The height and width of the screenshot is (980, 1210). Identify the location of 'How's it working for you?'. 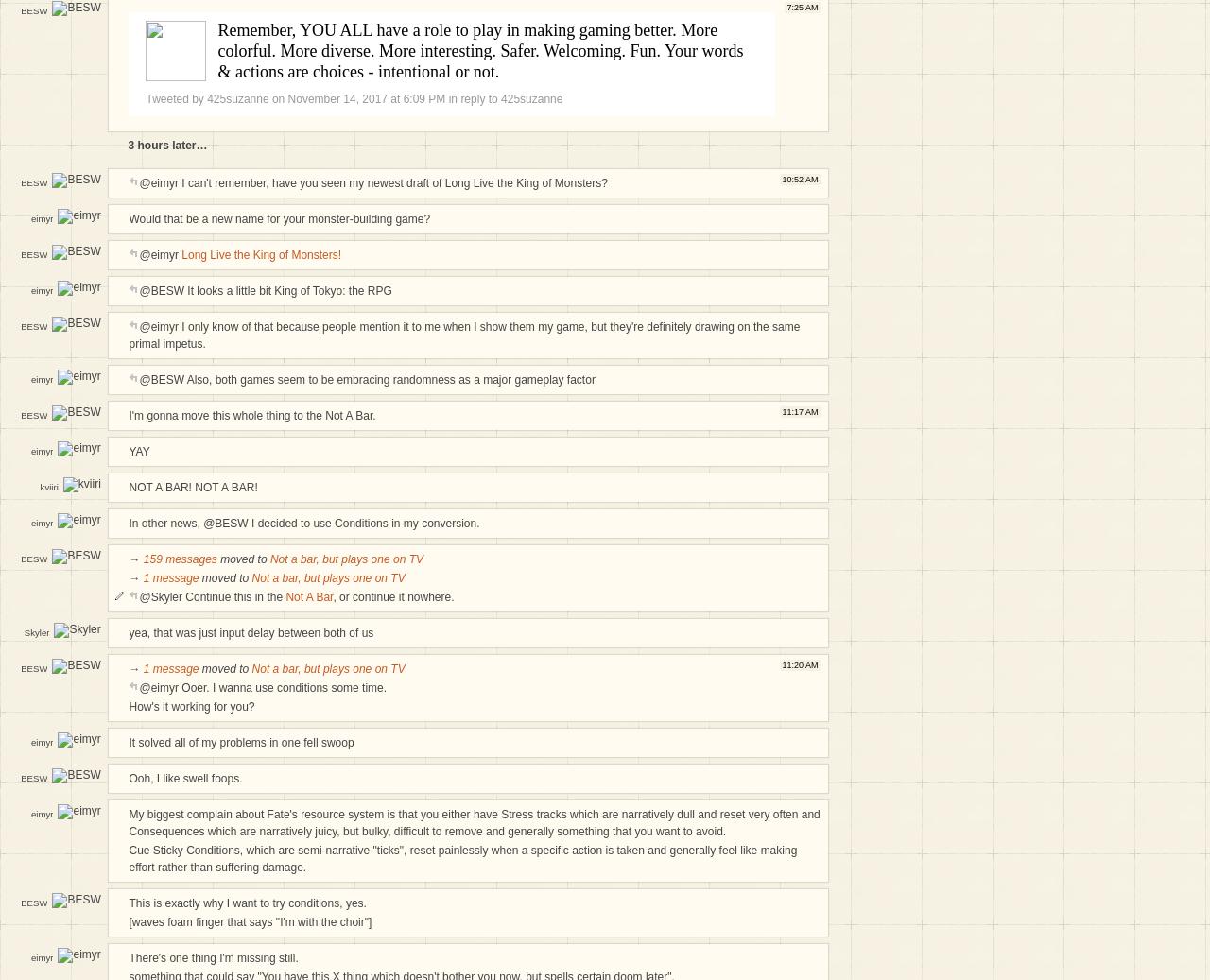
(191, 706).